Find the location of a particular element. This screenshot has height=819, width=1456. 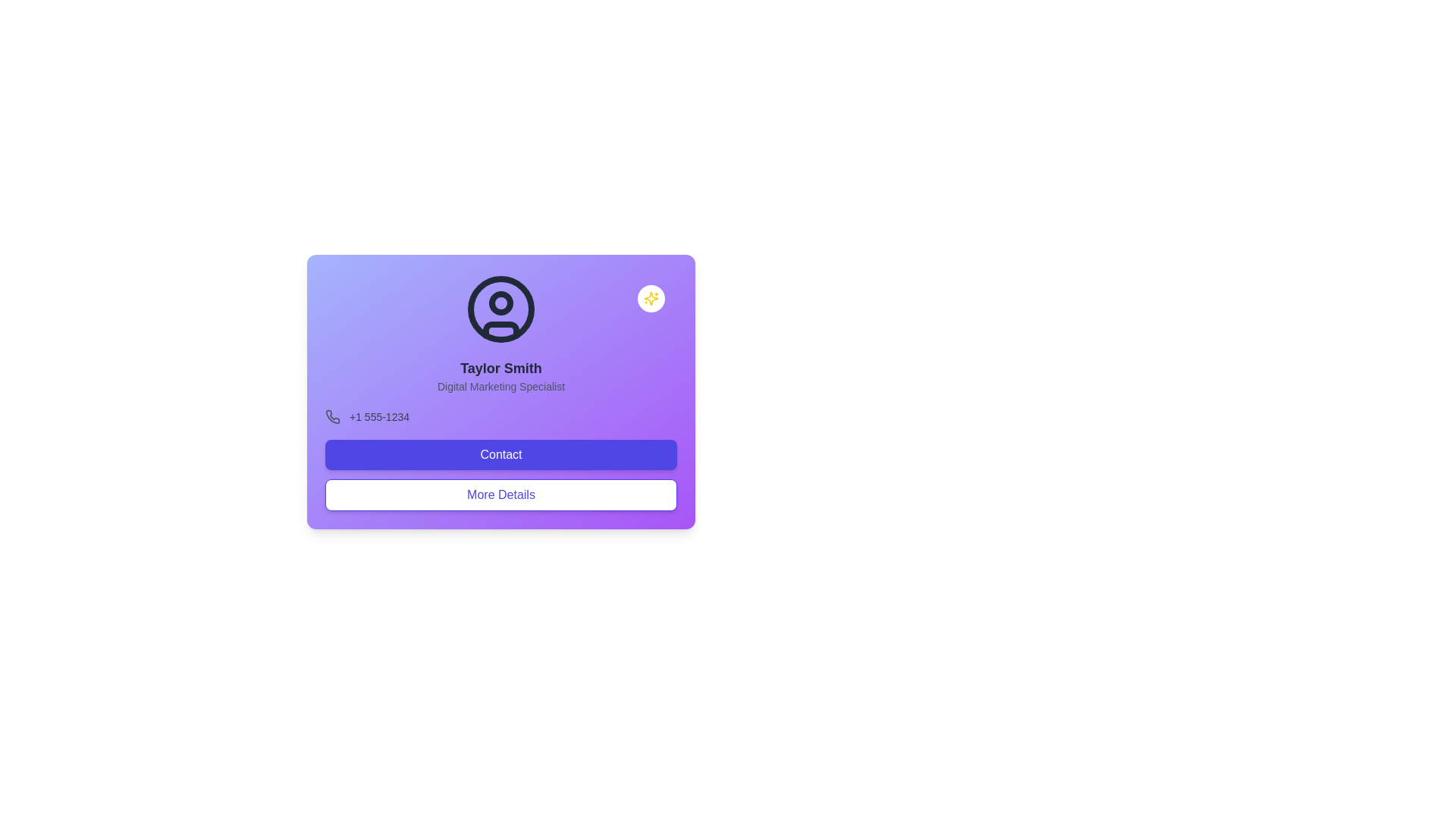

contact phone number displayed in the Information Display Box located beneath 'Digital Marketing Specialist' and above the 'Contact' button is located at coordinates (501, 417).